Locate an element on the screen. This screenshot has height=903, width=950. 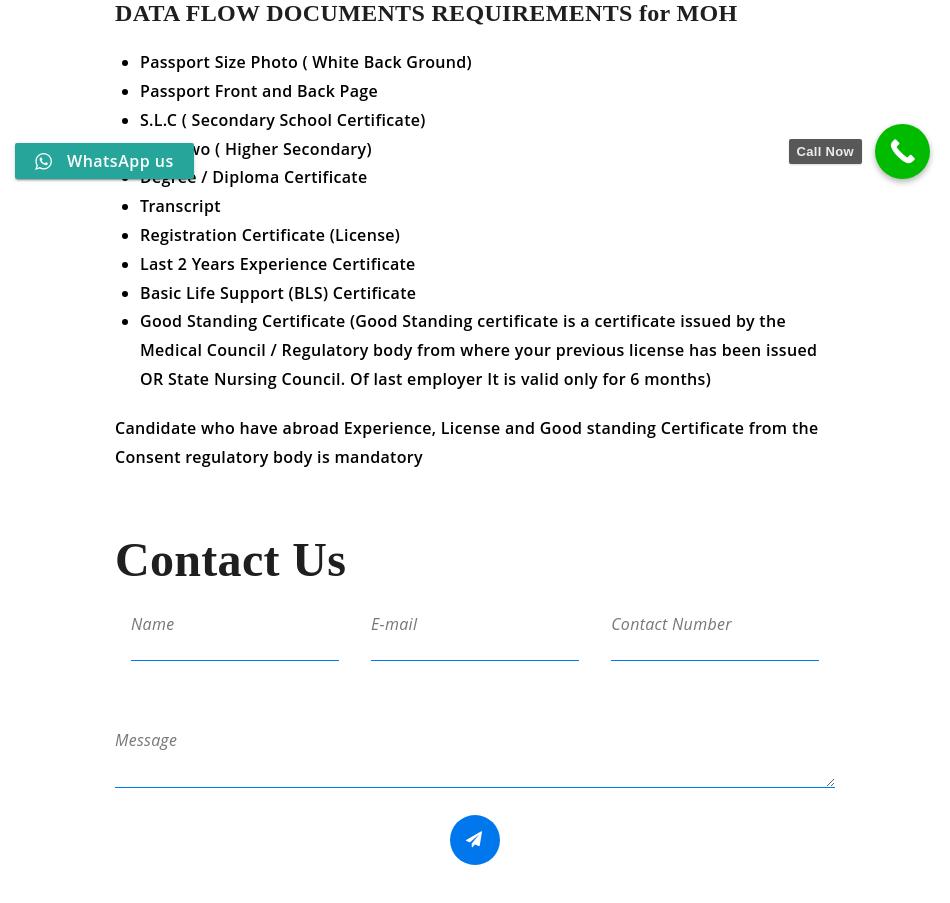
'Candidate who have abroad Experience, License and Good standing Certificate from the Consent regulatory body is mandatory' is located at coordinates (465, 454).